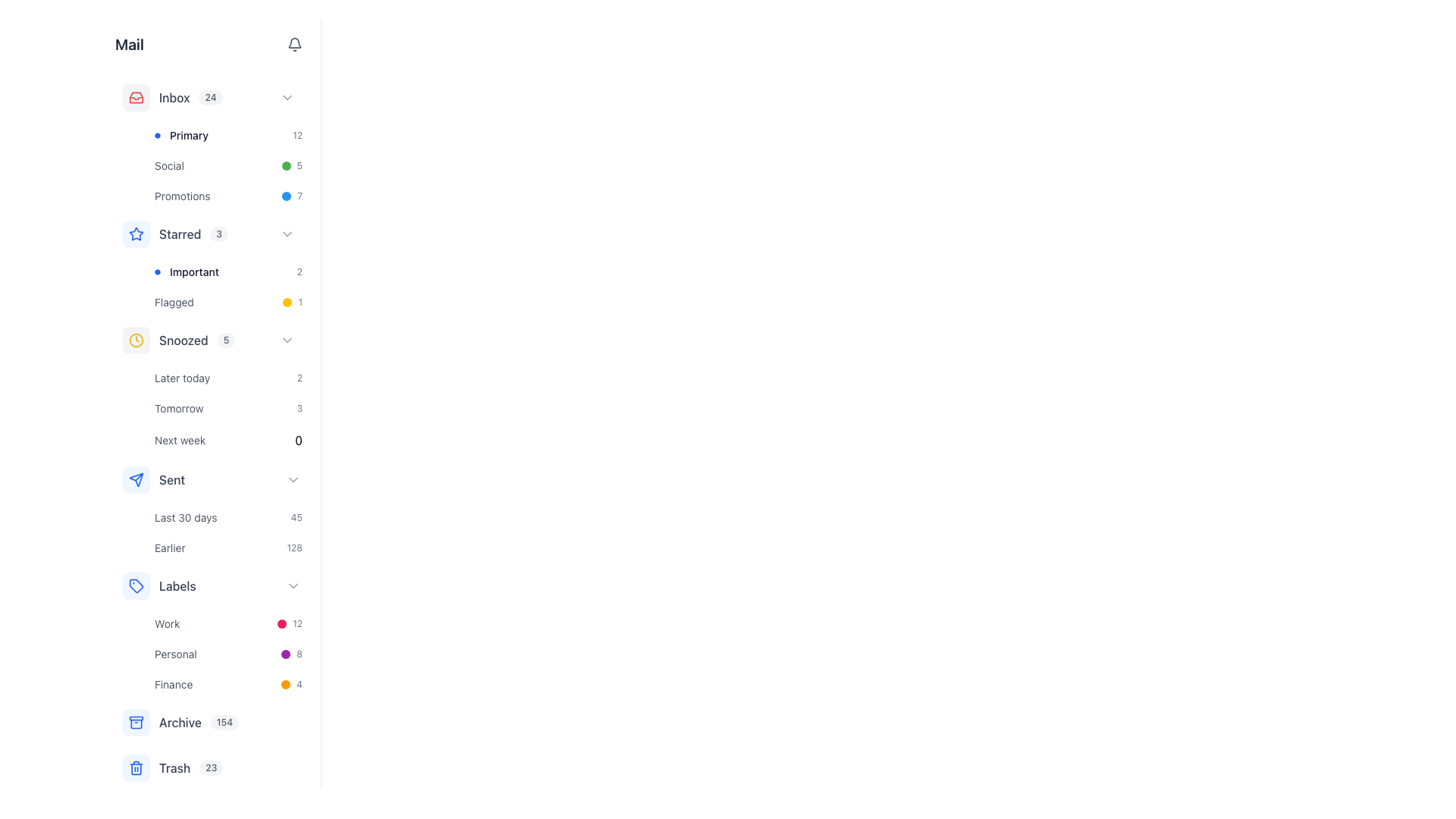  What do you see at coordinates (136, 97) in the screenshot?
I see `the area surrounding the red outlined inbox icon in the navigation menu to interact with the 'Inbox' category` at bounding box center [136, 97].